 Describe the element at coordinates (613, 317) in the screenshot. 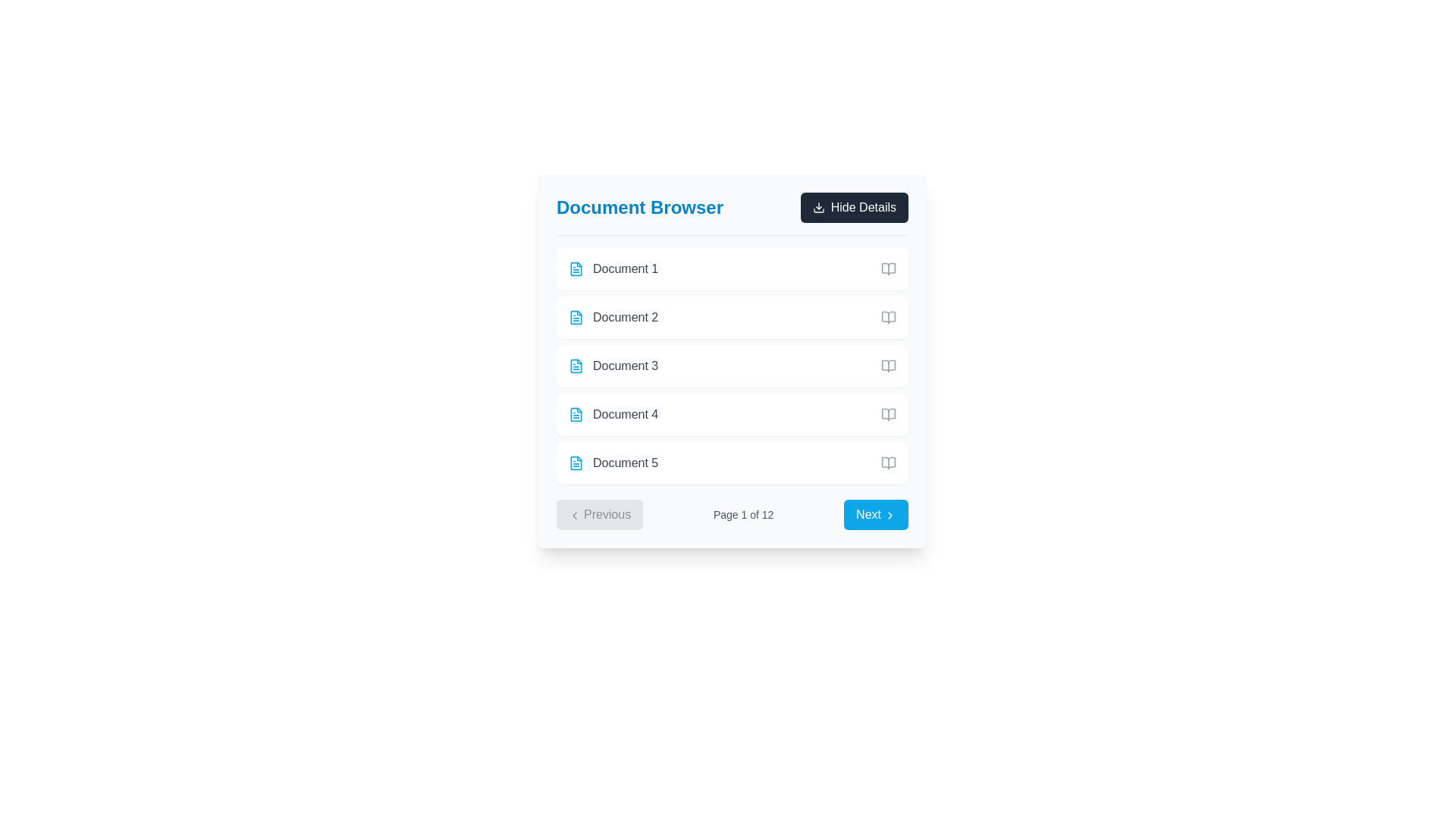

I see `the second Text item` at that location.